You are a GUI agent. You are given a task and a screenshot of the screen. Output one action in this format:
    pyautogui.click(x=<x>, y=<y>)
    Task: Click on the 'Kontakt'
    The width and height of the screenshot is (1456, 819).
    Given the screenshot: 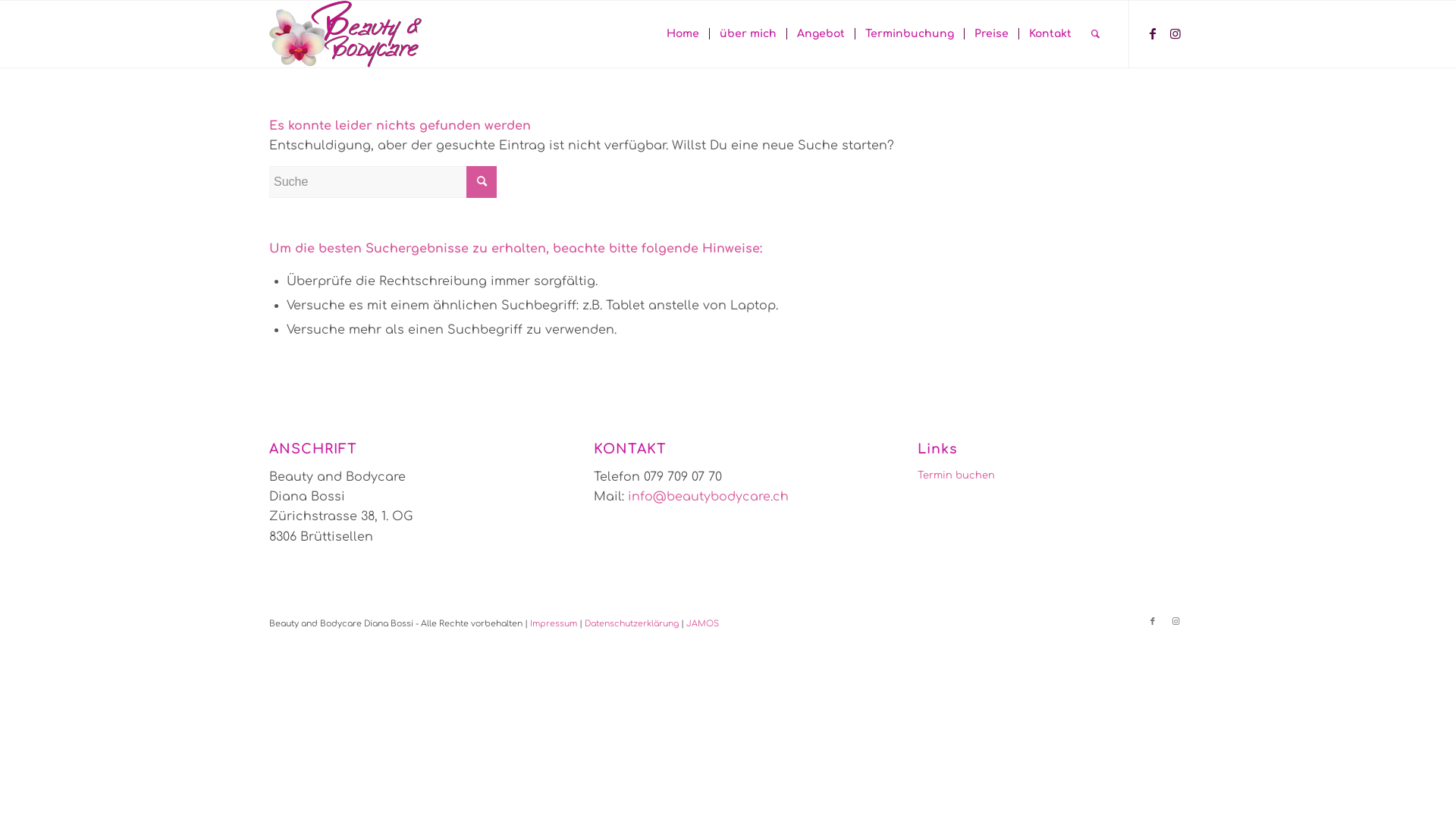 What is the action you would take?
    pyautogui.click(x=1049, y=34)
    